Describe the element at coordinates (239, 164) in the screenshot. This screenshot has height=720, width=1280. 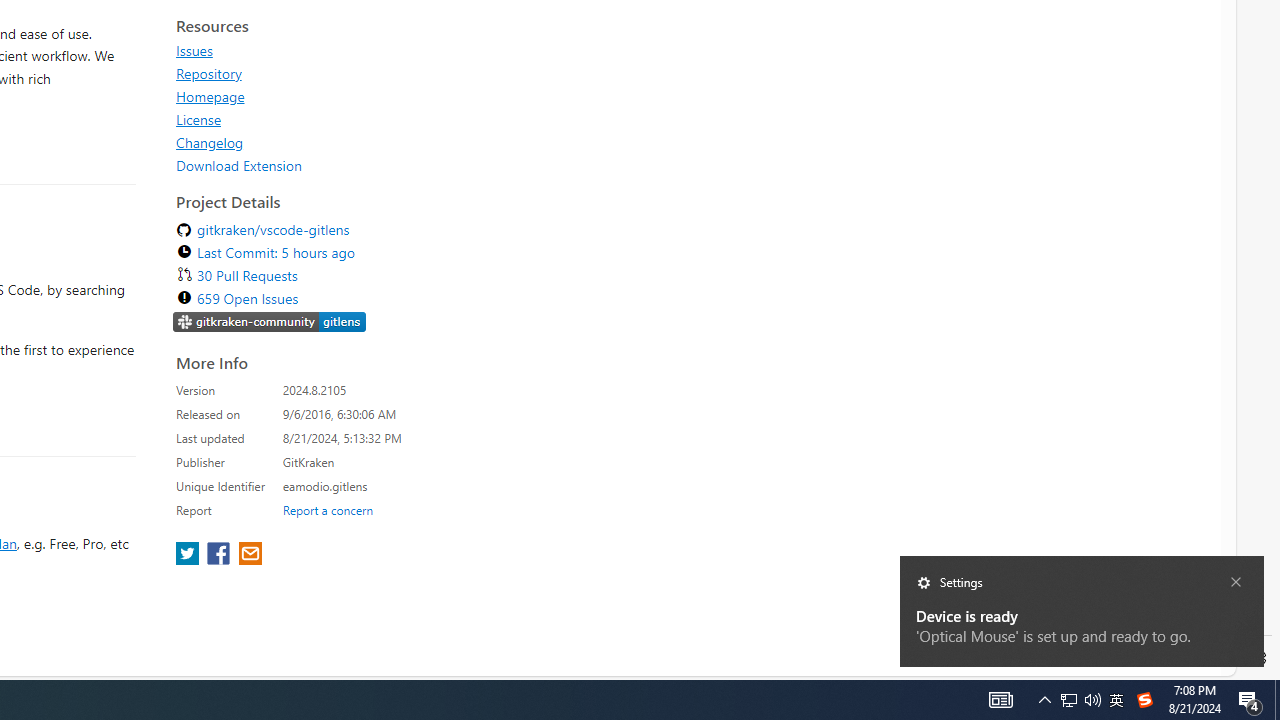
I see `'Download Extension'` at that location.